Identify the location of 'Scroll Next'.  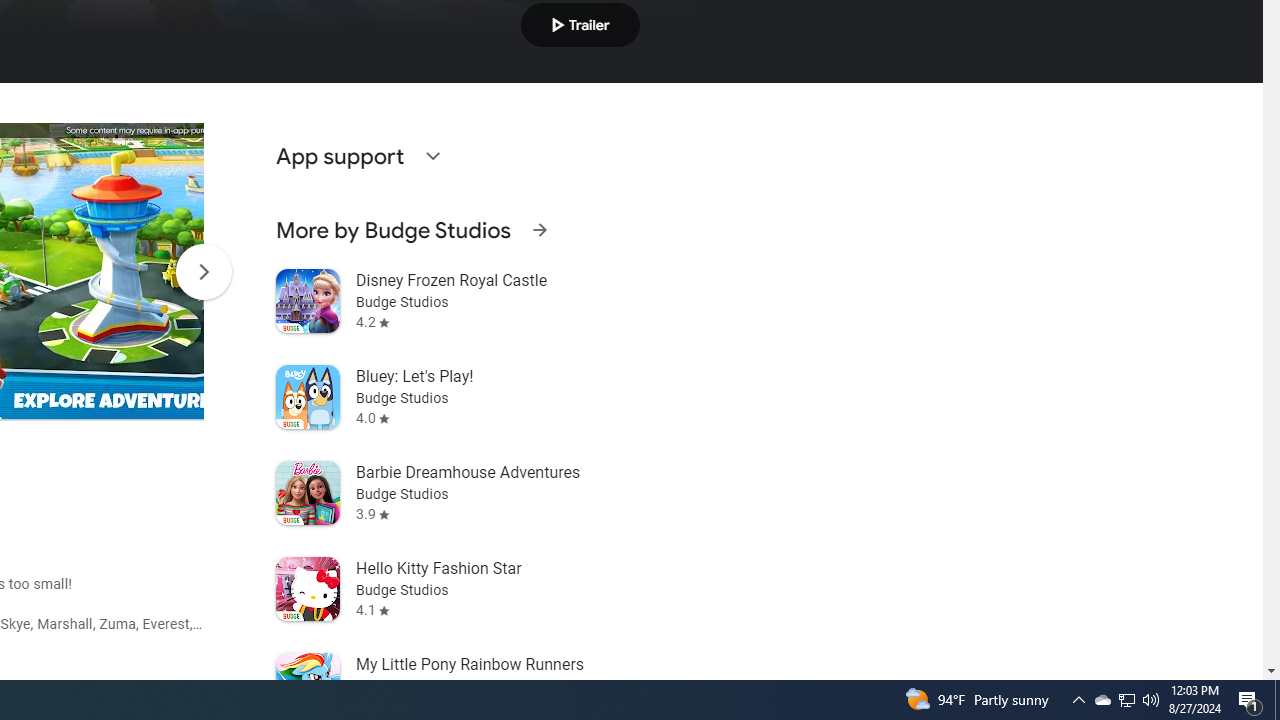
(203, 272).